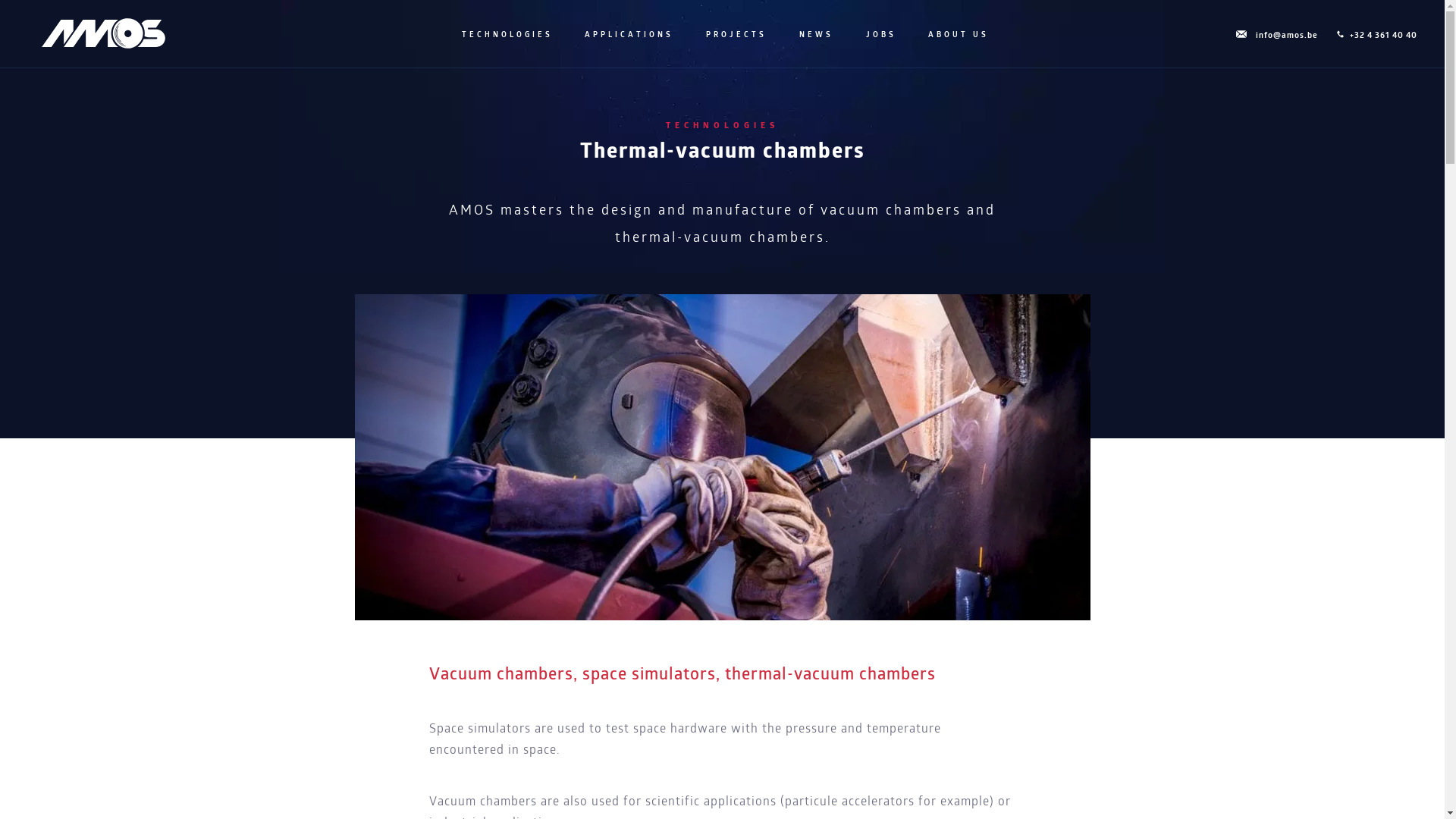 Image resolution: width=1456 pixels, height=819 pixels. What do you see at coordinates (627, 34) in the screenshot?
I see `'APPLICATIONS'` at bounding box center [627, 34].